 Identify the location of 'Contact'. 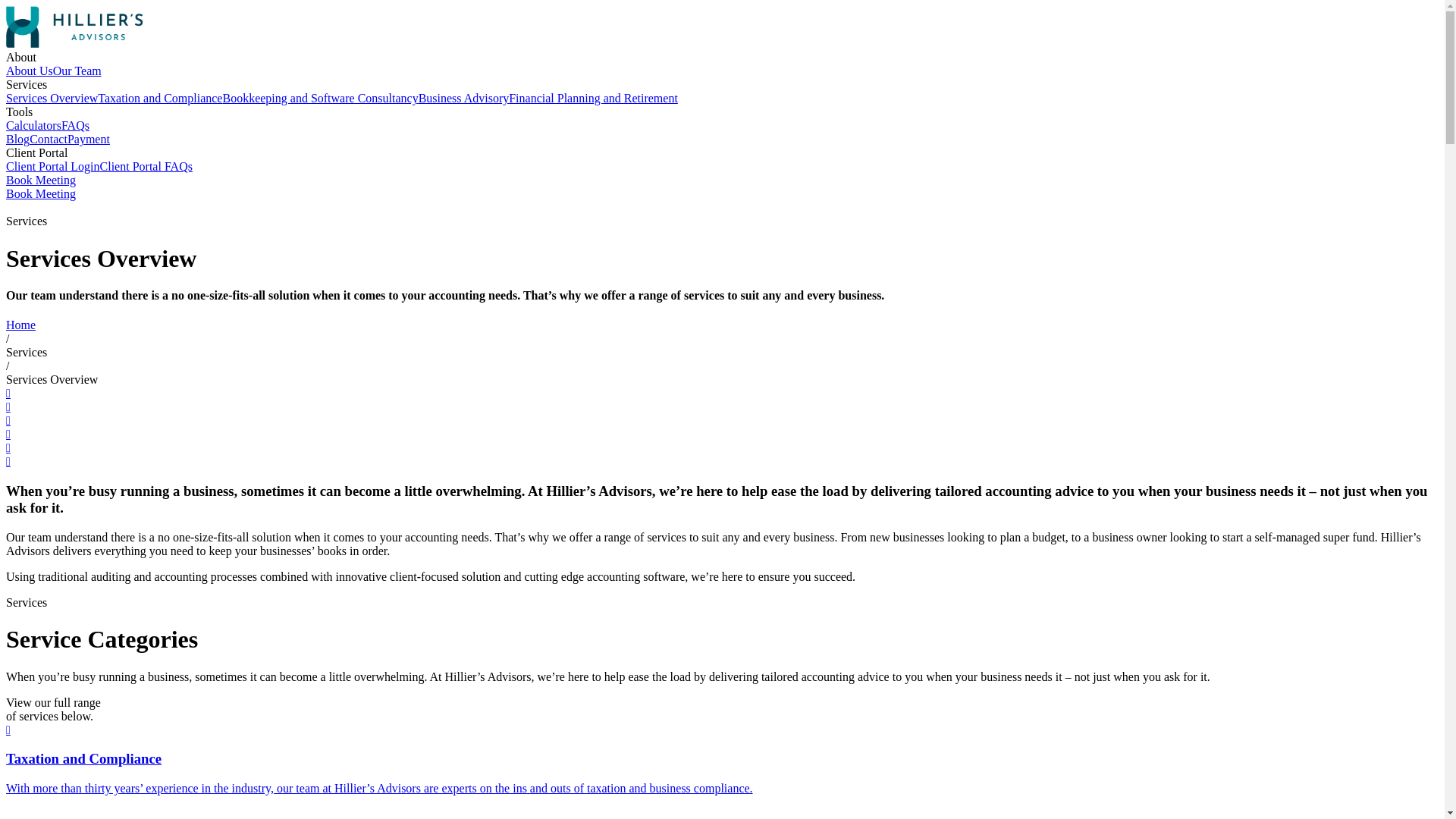
(48, 139).